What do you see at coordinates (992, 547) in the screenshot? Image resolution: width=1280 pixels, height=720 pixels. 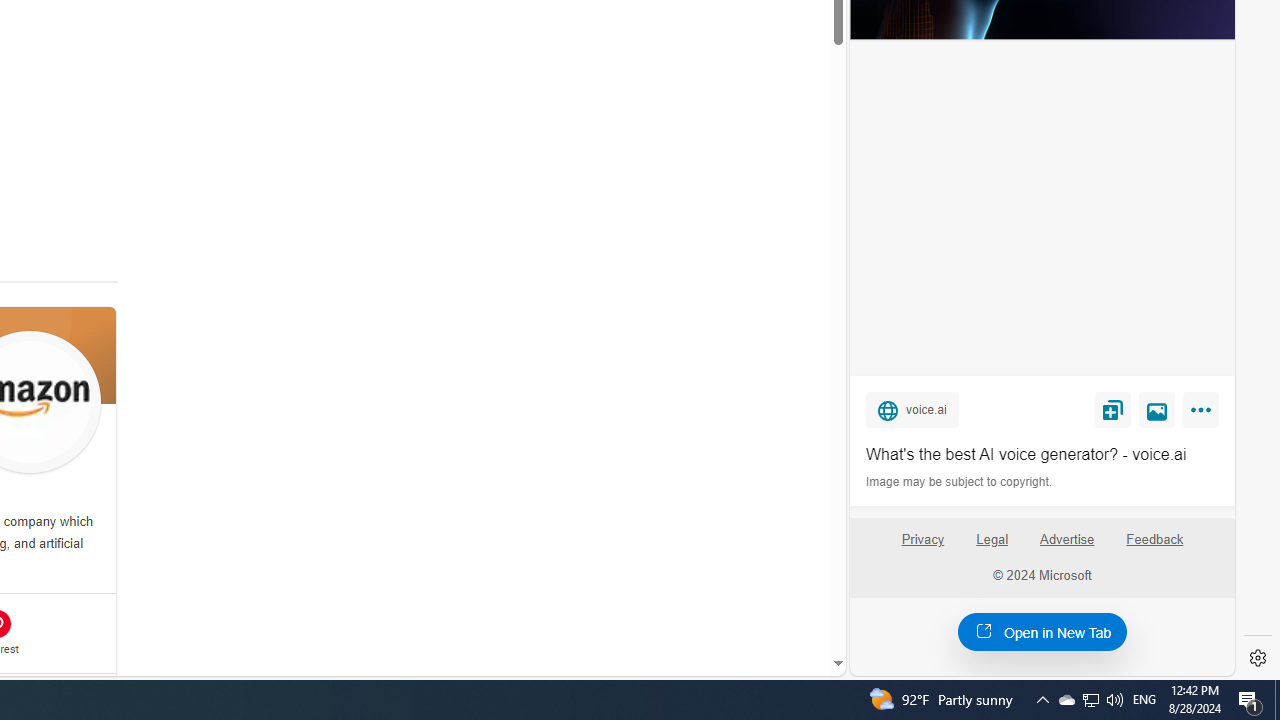 I see `'Legal'` at bounding box center [992, 547].